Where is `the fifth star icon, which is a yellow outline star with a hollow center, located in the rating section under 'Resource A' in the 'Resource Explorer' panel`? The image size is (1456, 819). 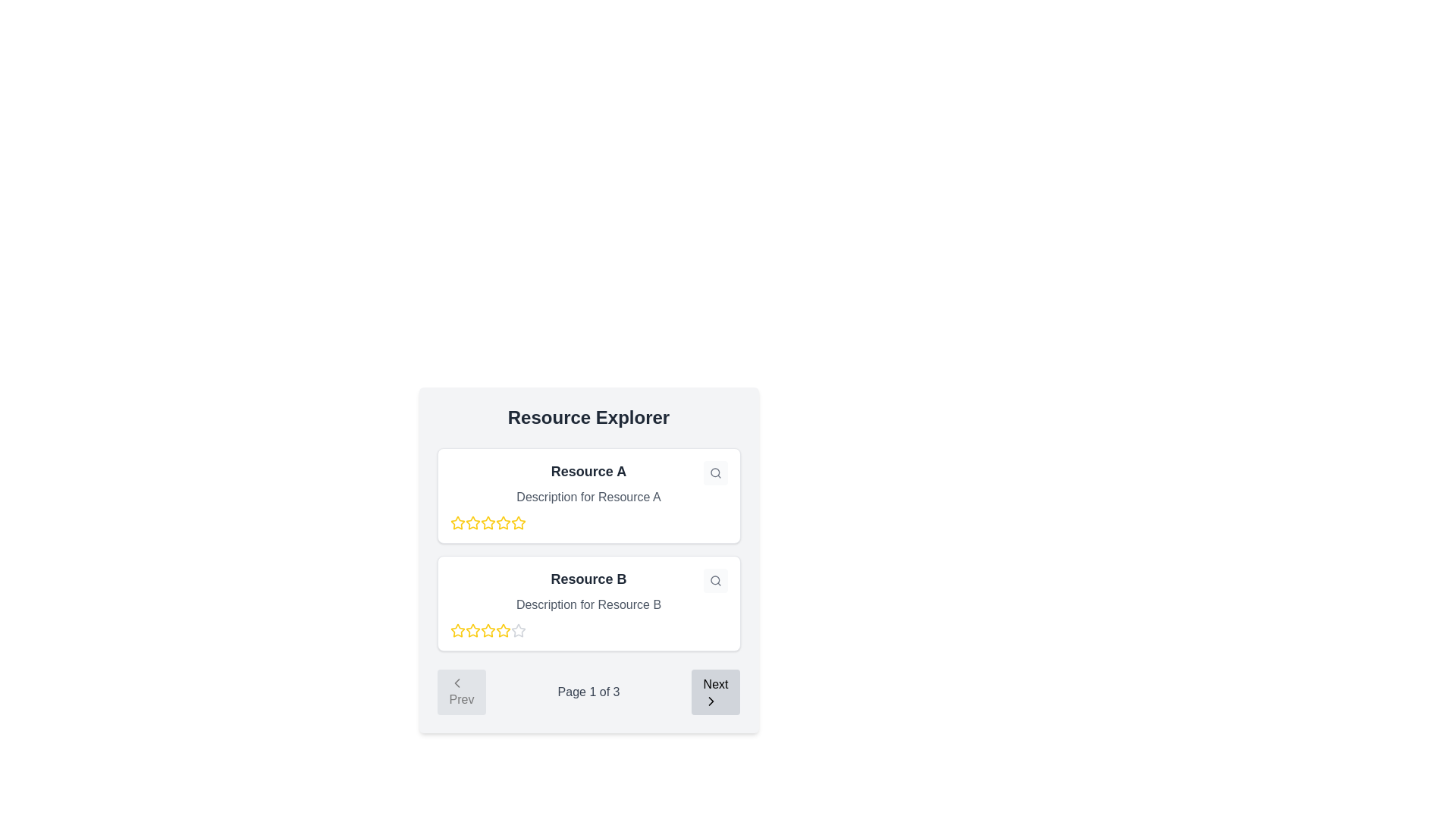 the fifth star icon, which is a yellow outline star with a hollow center, located in the rating section under 'Resource A' in the 'Resource Explorer' panel is located at coordinates (503, 522).